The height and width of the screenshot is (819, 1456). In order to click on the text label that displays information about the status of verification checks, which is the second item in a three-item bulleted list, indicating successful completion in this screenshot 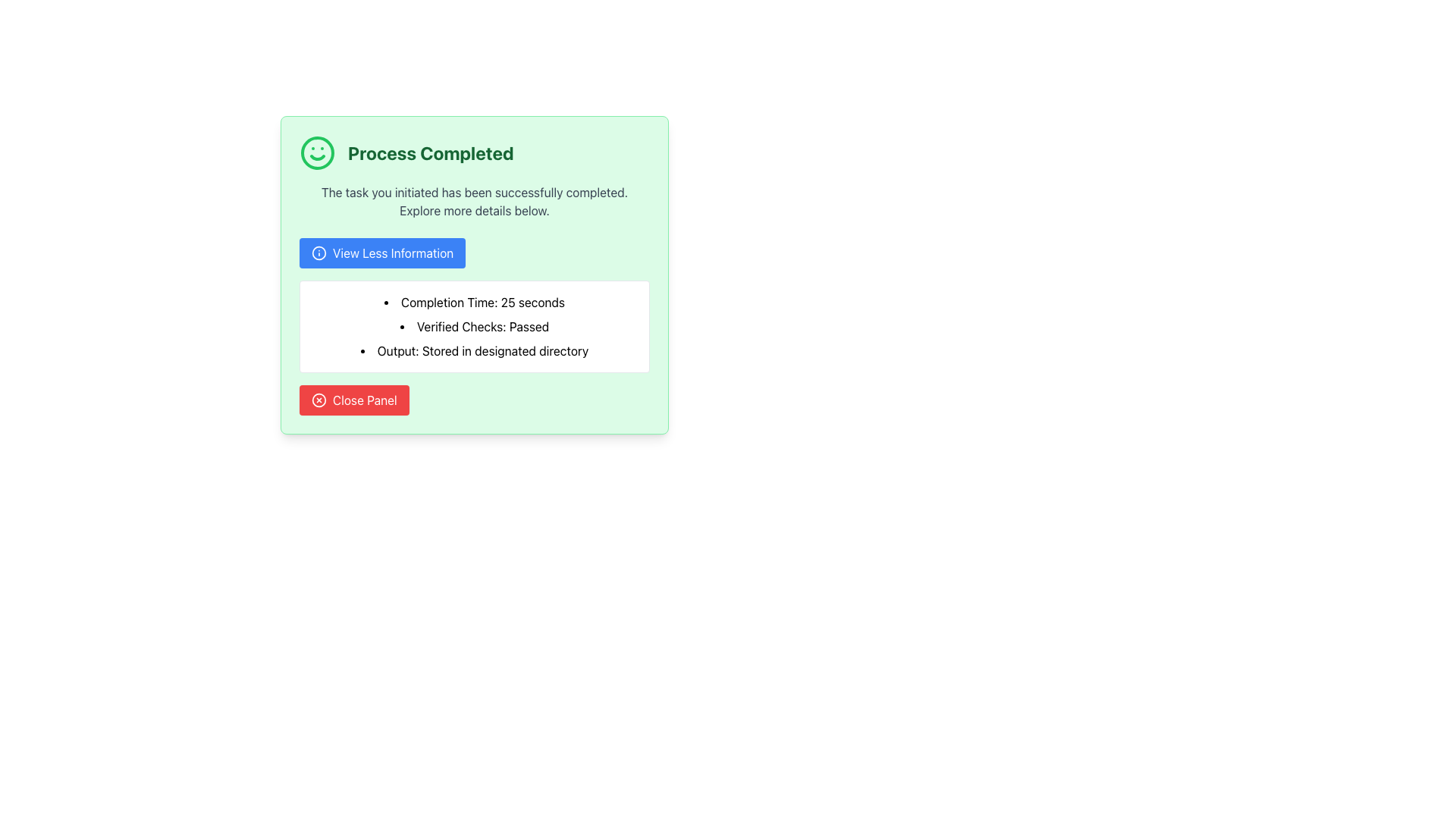, I will do `click(473, 326)`.